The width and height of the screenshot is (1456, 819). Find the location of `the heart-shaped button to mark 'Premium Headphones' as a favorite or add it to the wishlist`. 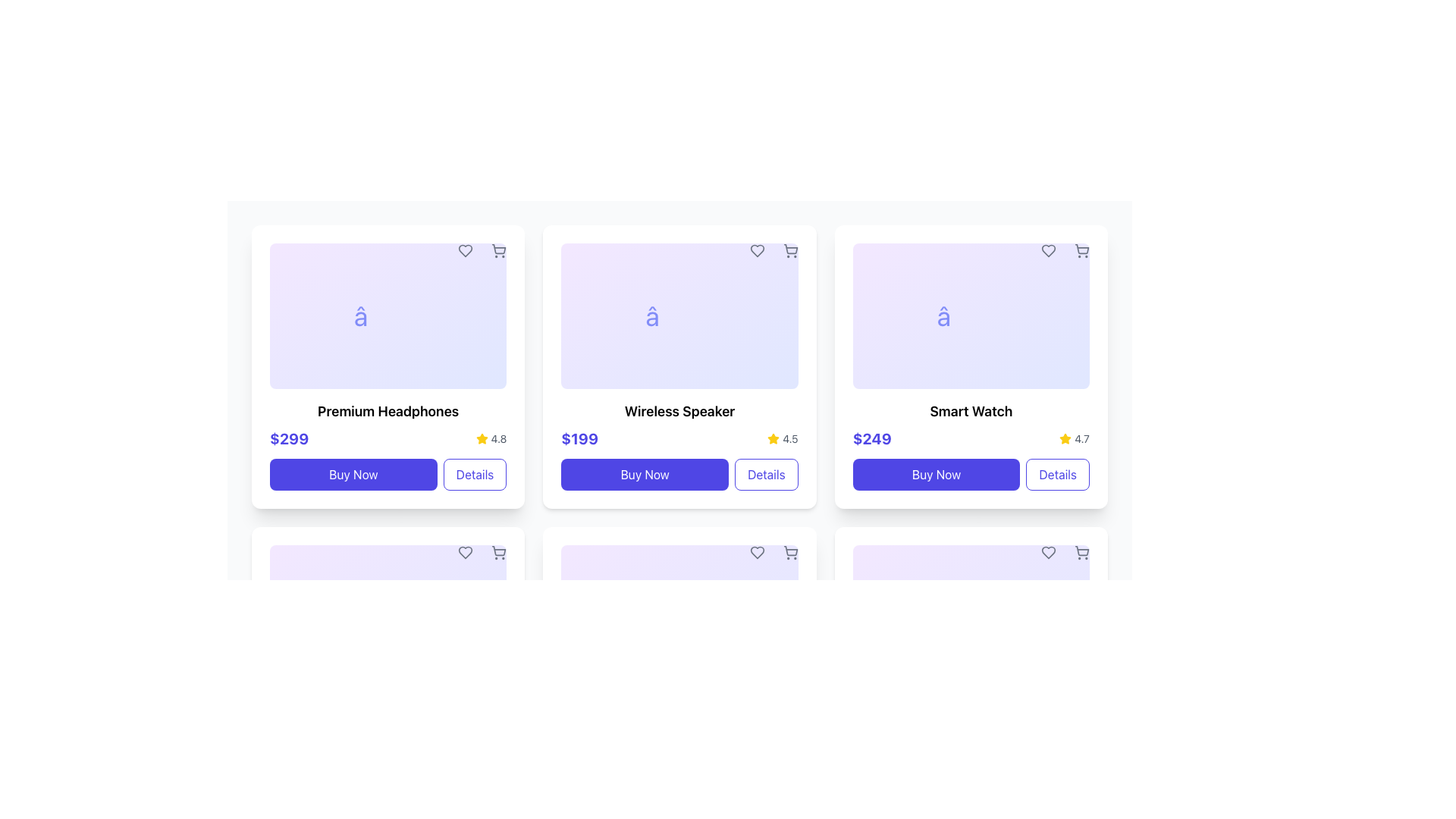

the heart-shaped button to mark 'Premium Headphones' as a favorite or add it to the wishlist is located at coordinates (465, 250).